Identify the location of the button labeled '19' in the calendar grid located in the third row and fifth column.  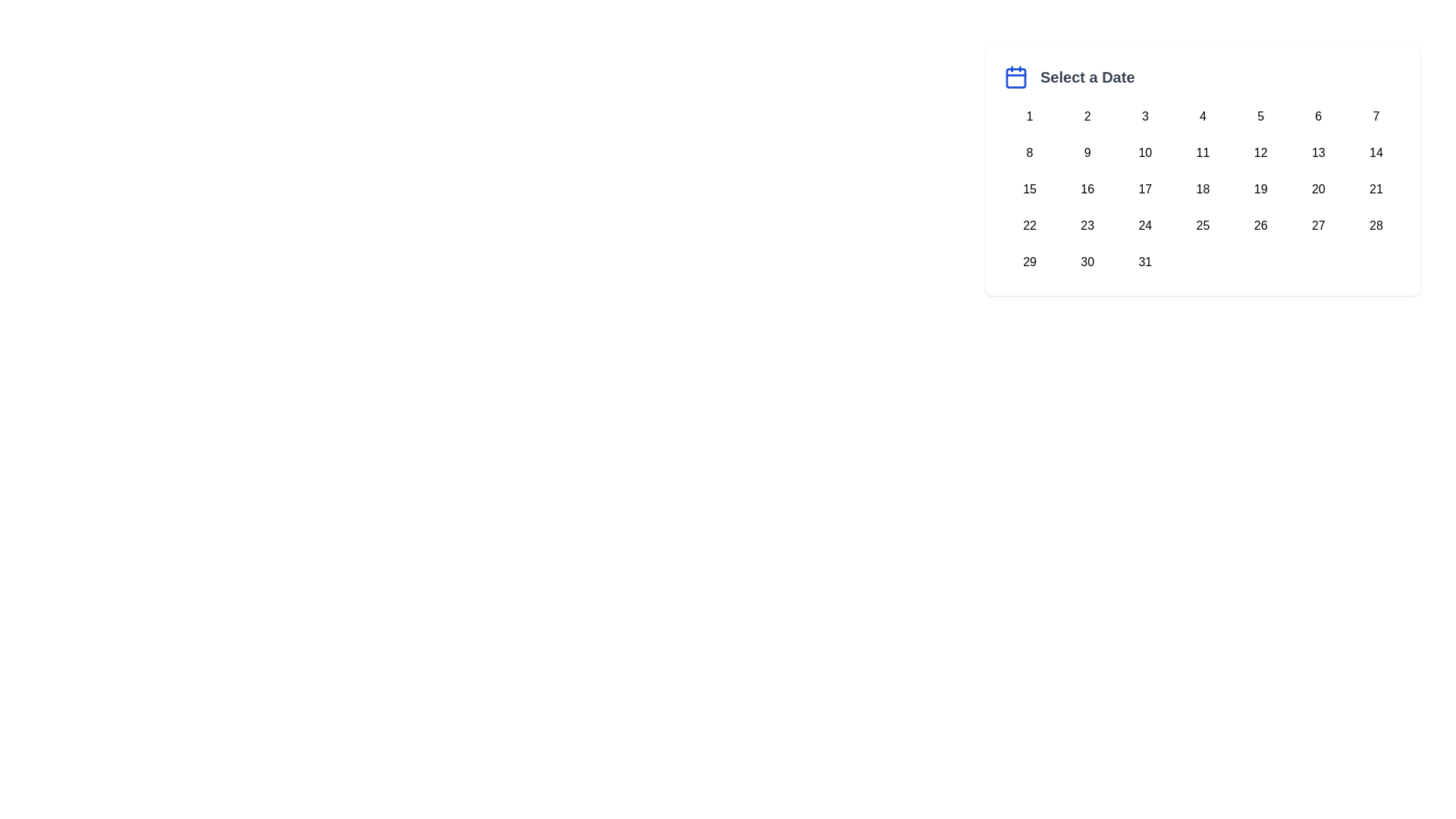
(1260, 189).